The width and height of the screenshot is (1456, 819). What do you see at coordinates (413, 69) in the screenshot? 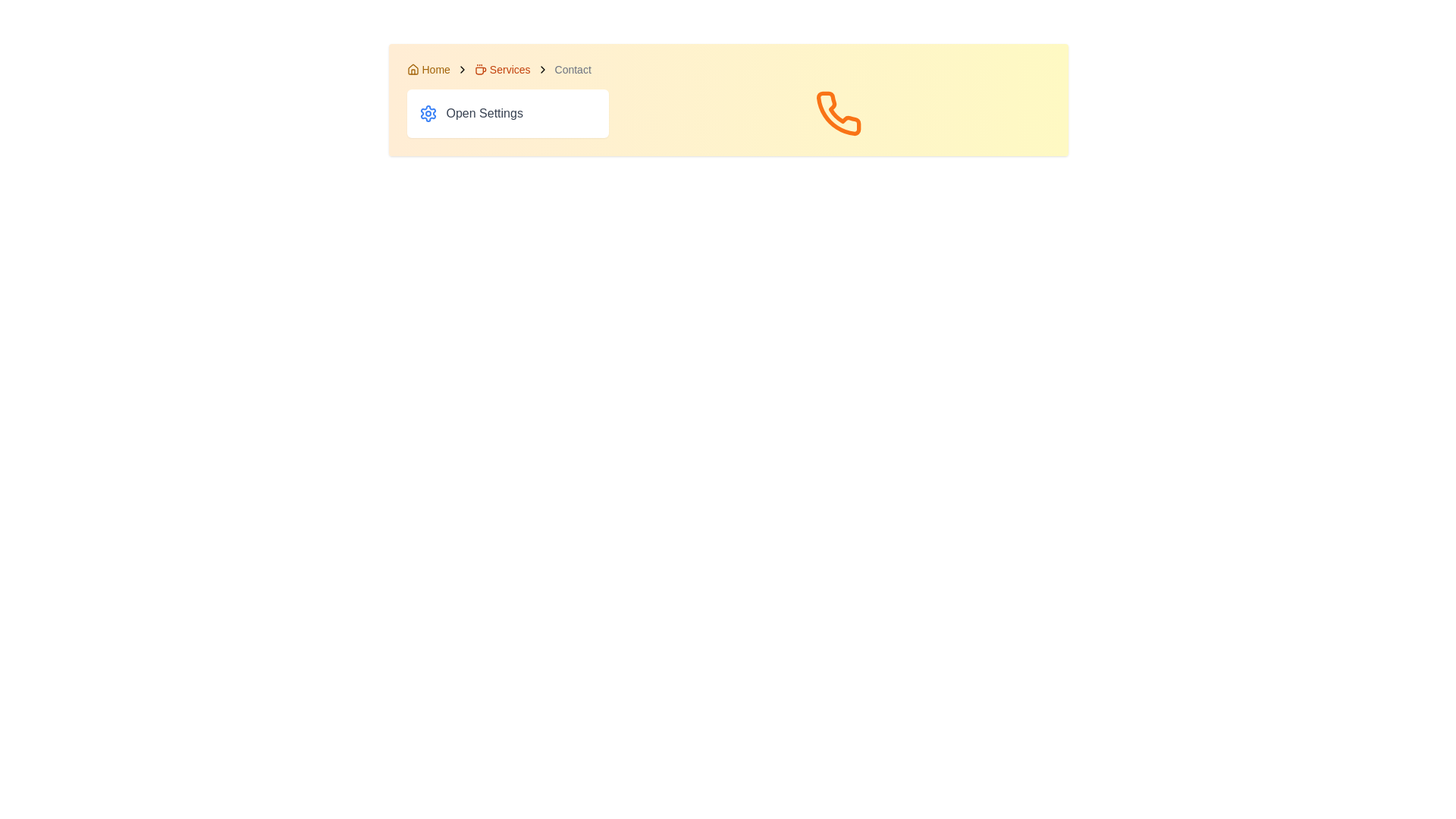
I see `the 'Home' vector graphic icon located in the breadcrumb navigation bar at the top left of the interface` at bounding box center [413, 69].